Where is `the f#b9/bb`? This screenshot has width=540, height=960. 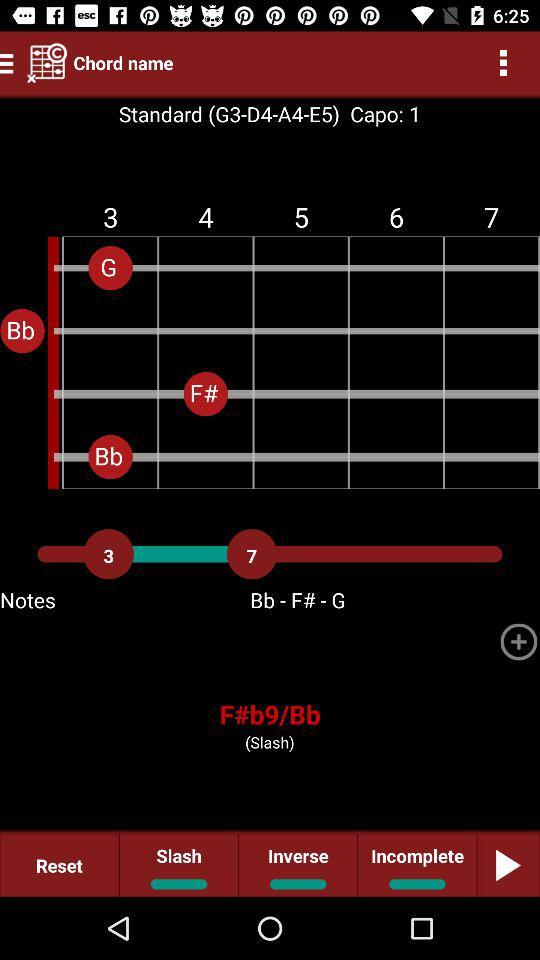 the f#b9/bb is located at coordinates (270, 714).